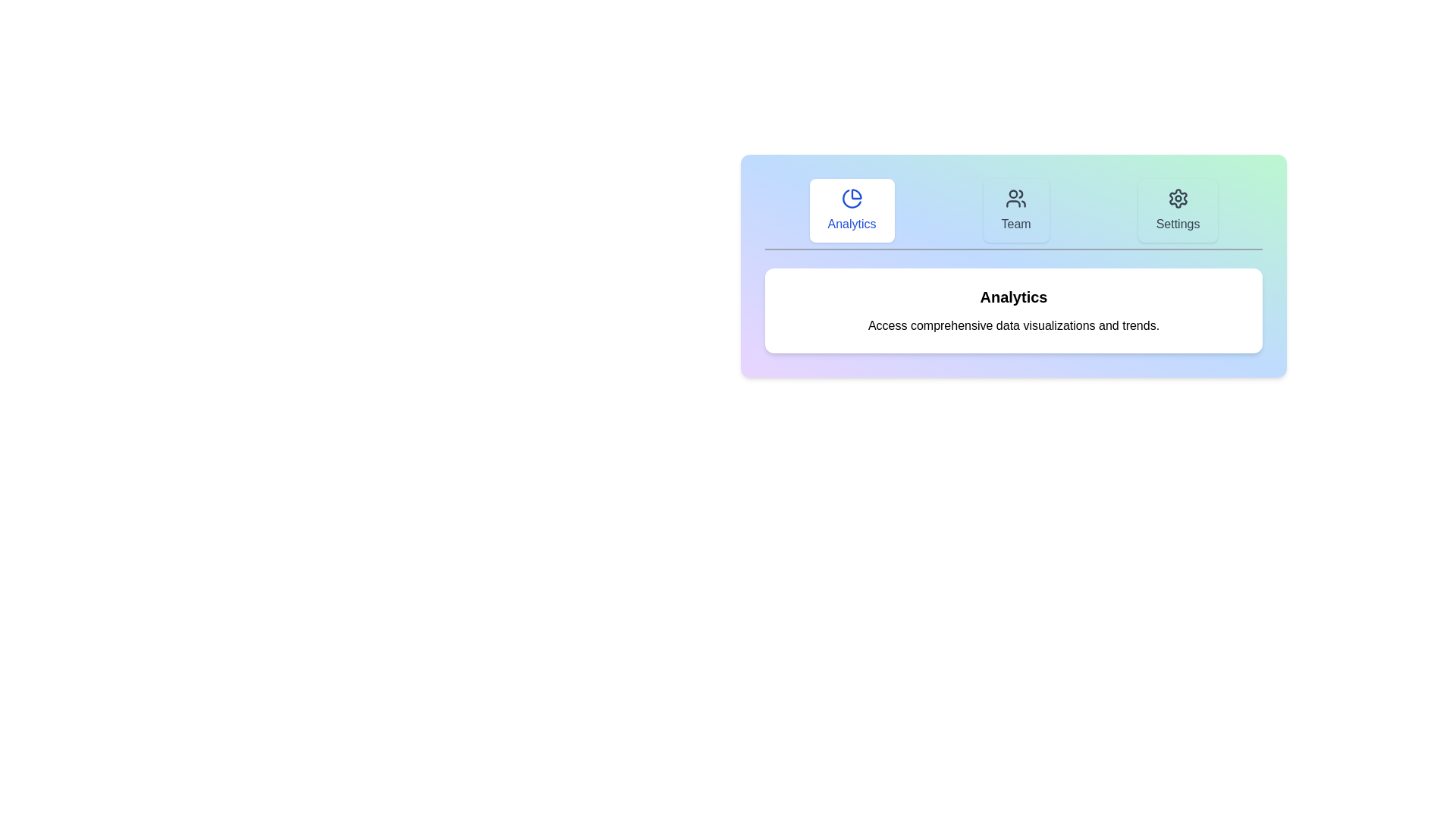  I want to click on the 'Settings' tab to activate it and view its content, so click(1177, 210).